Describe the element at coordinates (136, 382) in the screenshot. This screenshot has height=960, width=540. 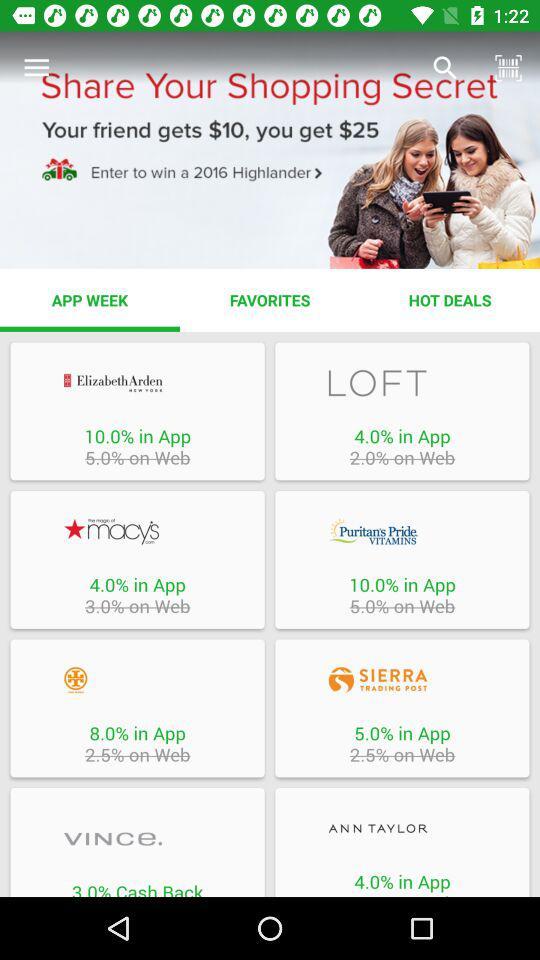
I see `choose offer` at that location.